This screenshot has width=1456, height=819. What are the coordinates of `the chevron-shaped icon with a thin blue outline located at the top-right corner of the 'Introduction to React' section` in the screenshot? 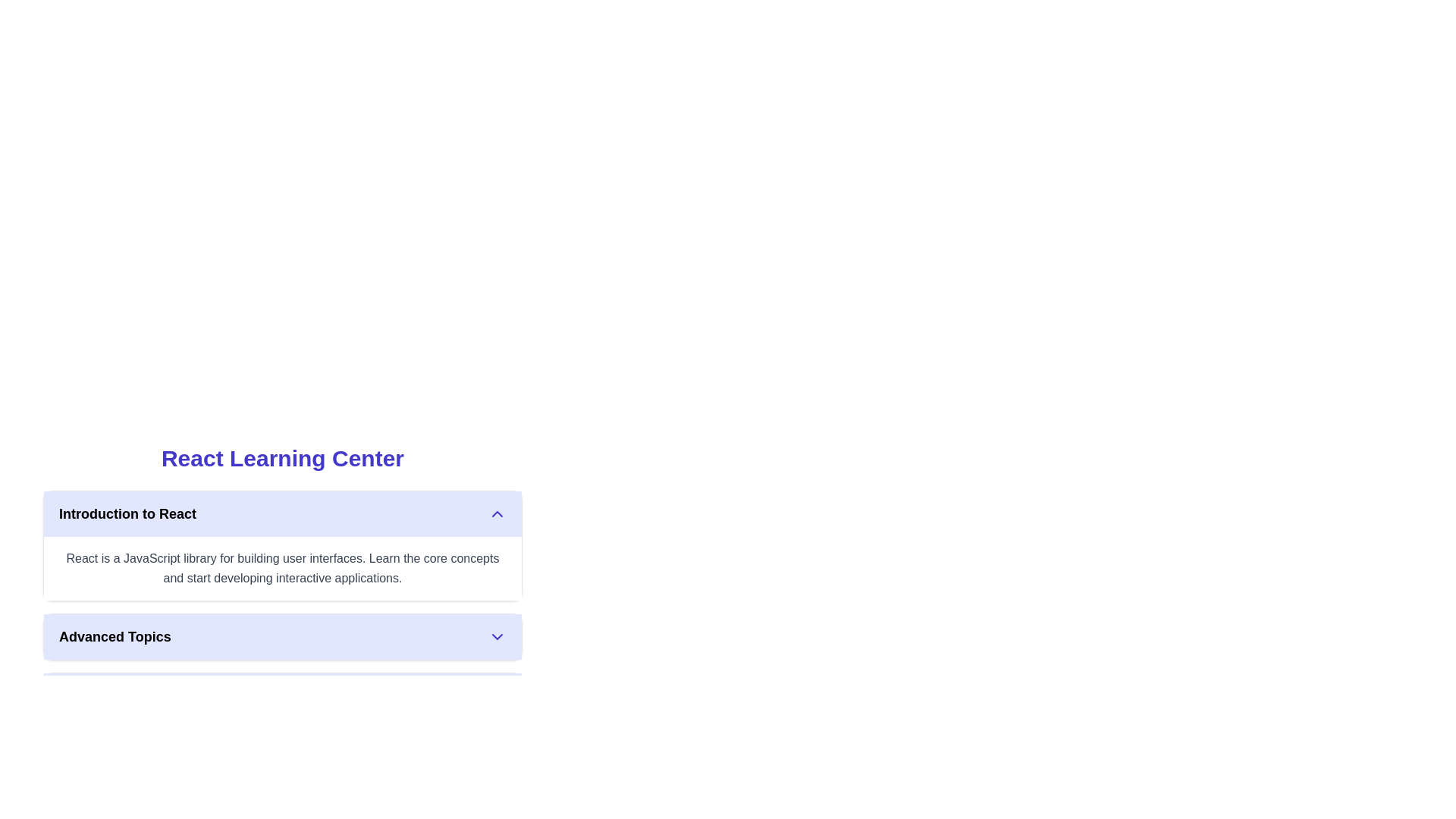 It's located at (497, 513).